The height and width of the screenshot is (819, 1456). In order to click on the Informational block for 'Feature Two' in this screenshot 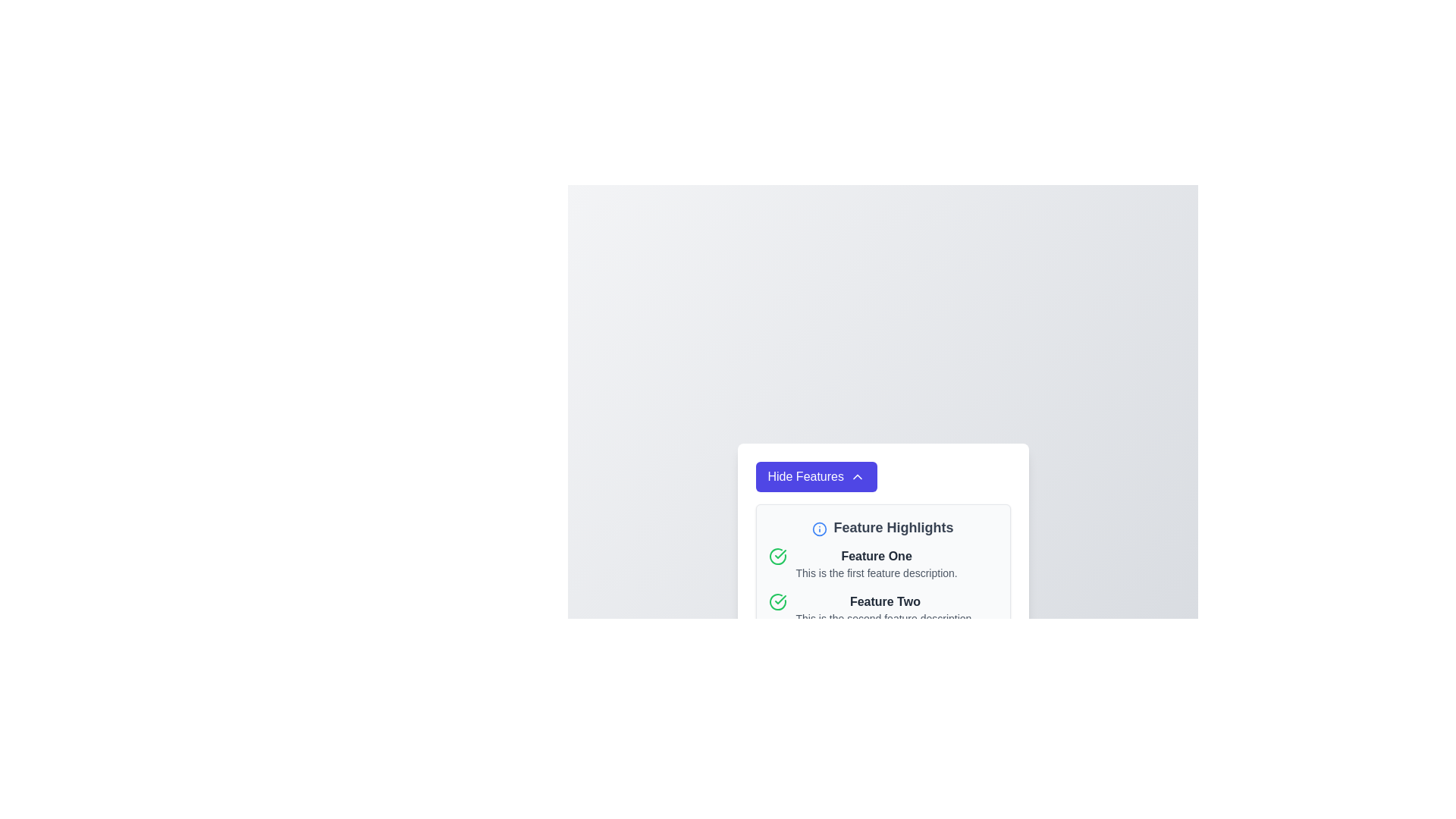, I will do `click(883, 608)`.